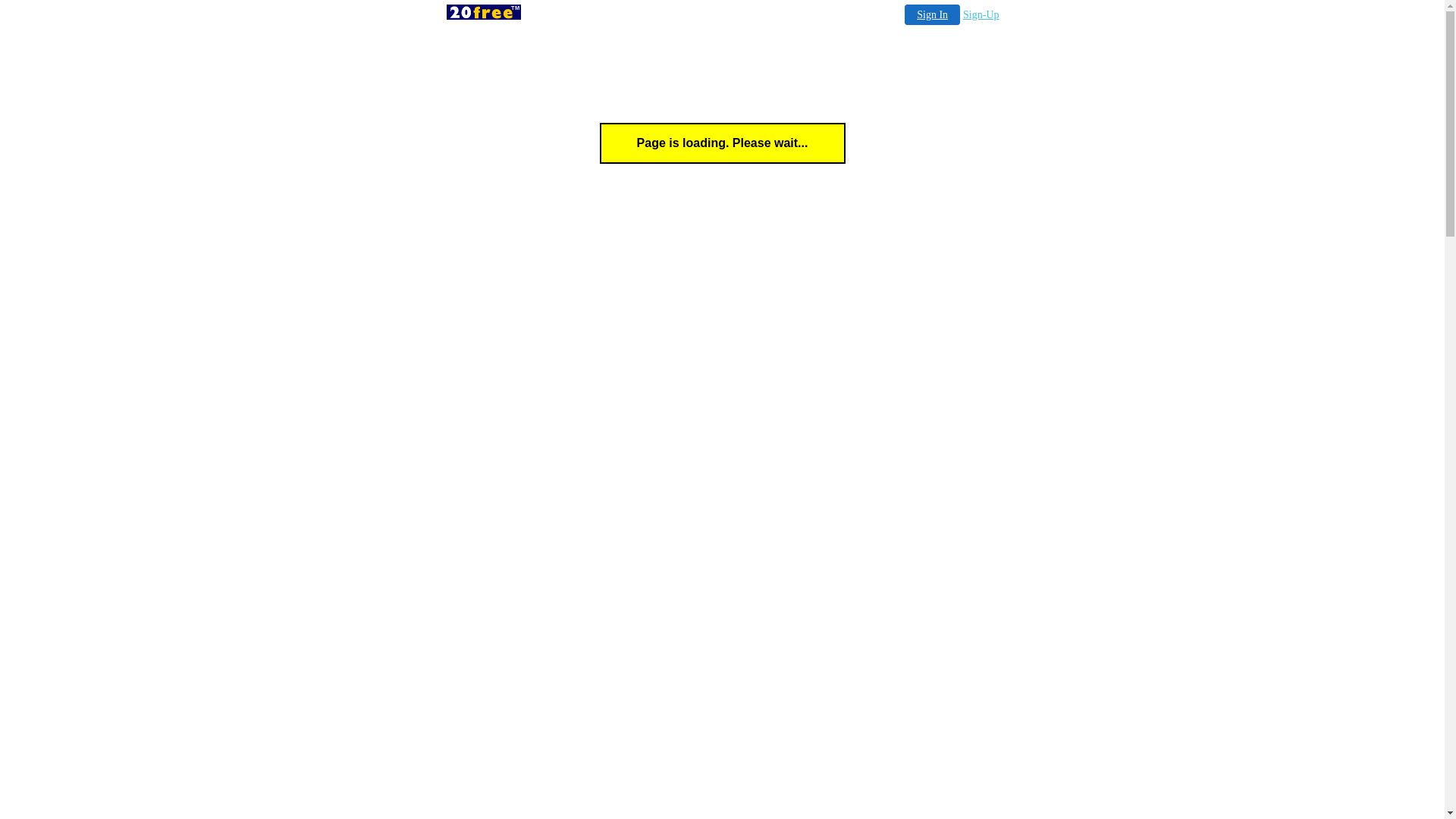  I want to click on 'Sign-Up', so click(981, 14).